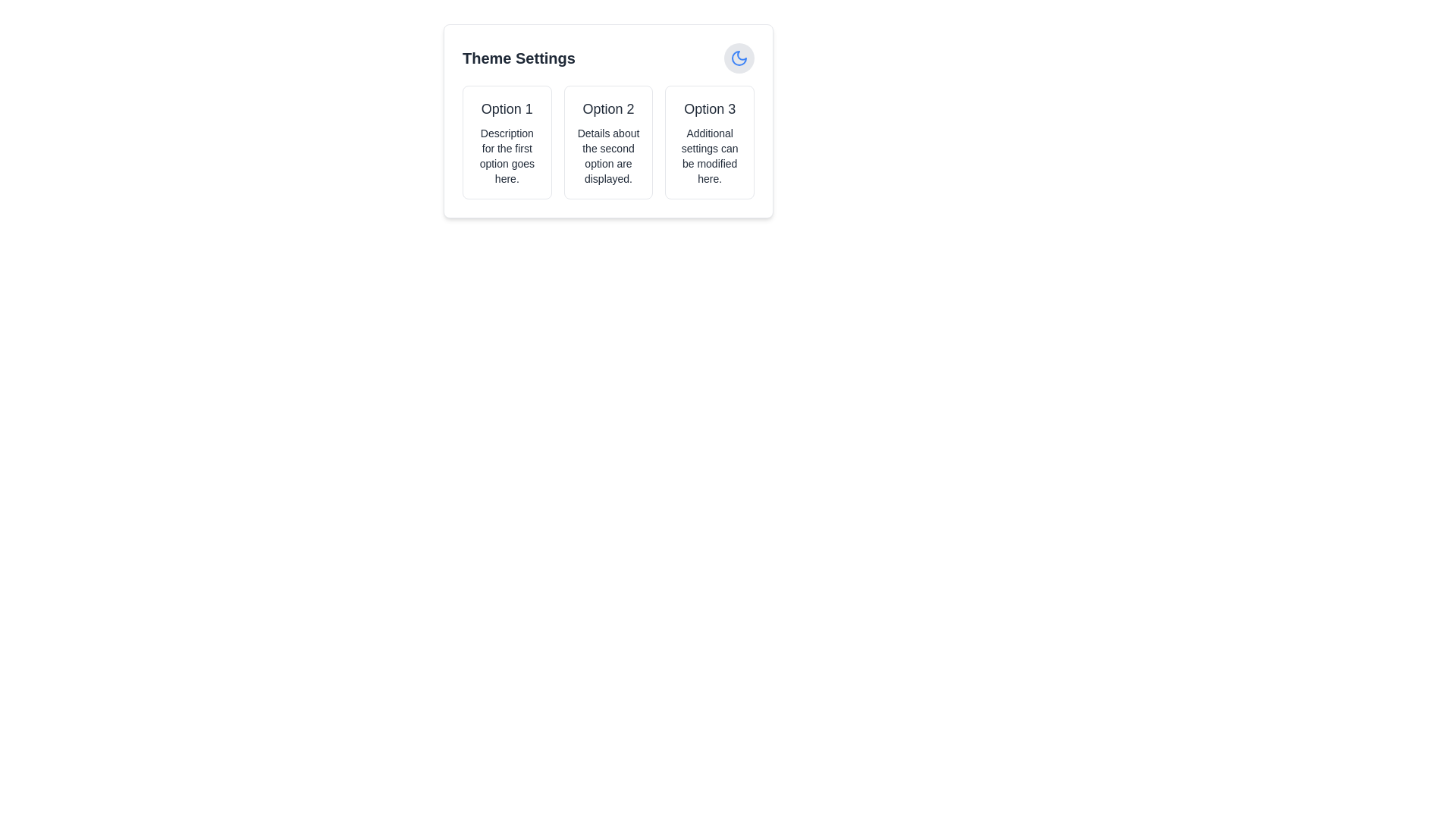 This screenshot has width=1456, height=819. I want to click on the descriptive Text Label located below the title 'Option 2' in the 'Theme Settings' interface, so click(608, 155).